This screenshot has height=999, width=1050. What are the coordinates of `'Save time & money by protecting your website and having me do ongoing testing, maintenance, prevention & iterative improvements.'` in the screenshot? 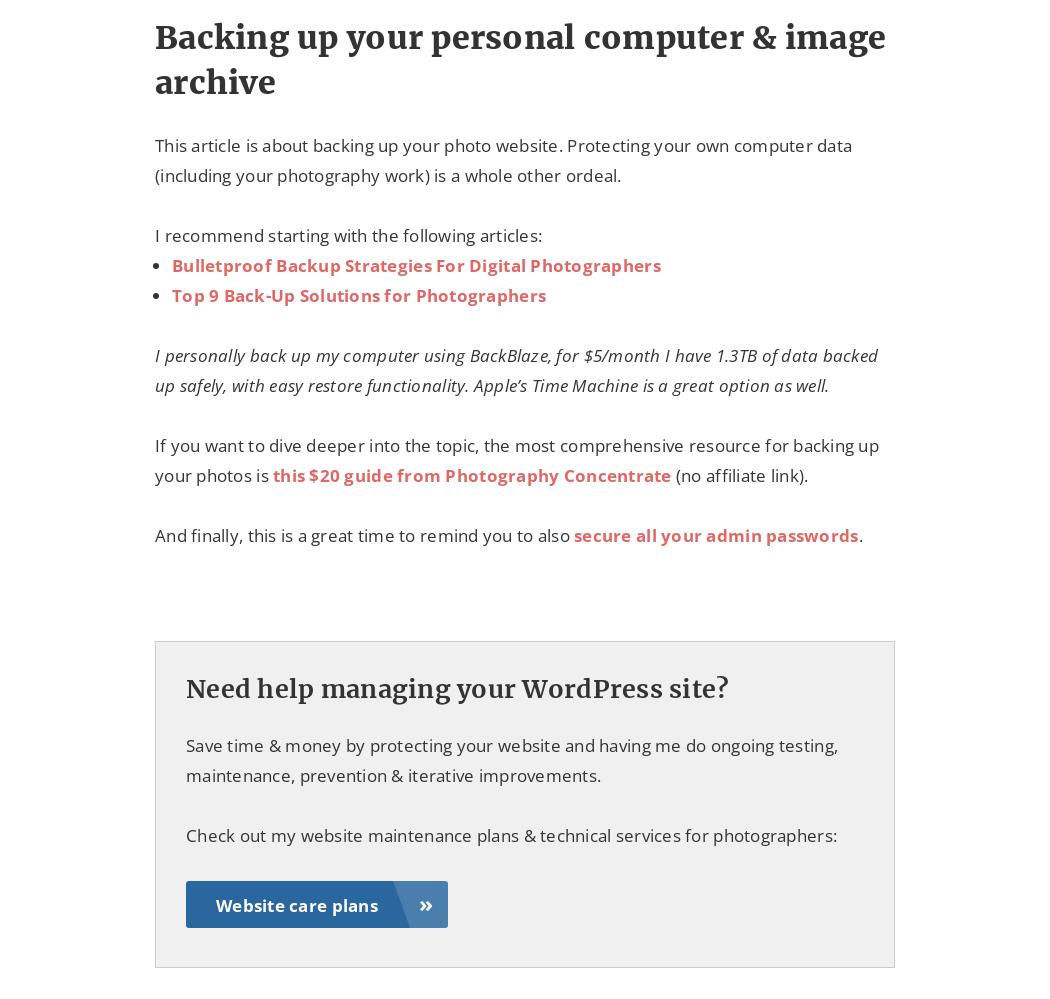 It's located at (510, 759).